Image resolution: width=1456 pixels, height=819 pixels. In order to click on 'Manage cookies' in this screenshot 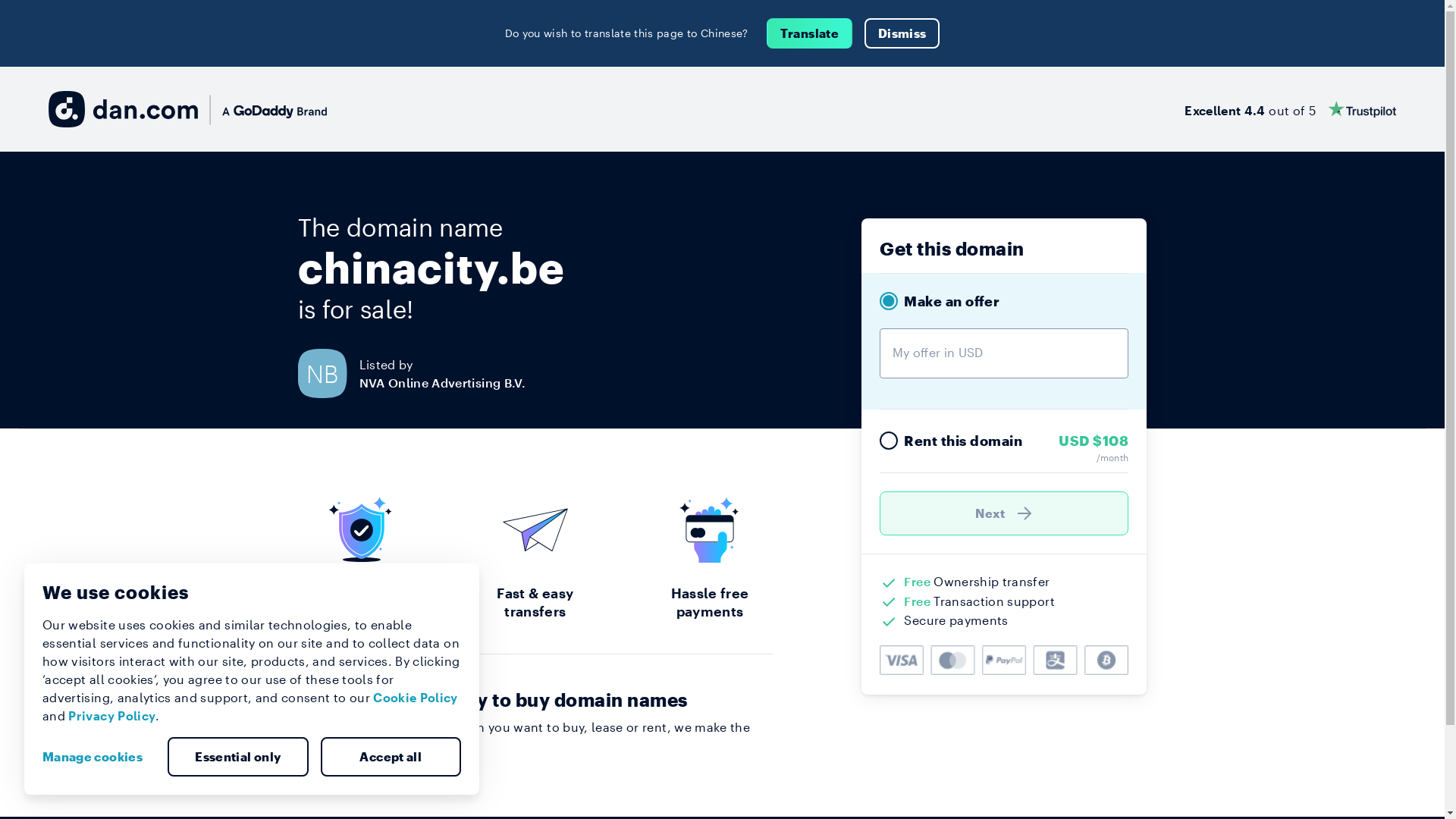, I will do `click(97, 757)`.